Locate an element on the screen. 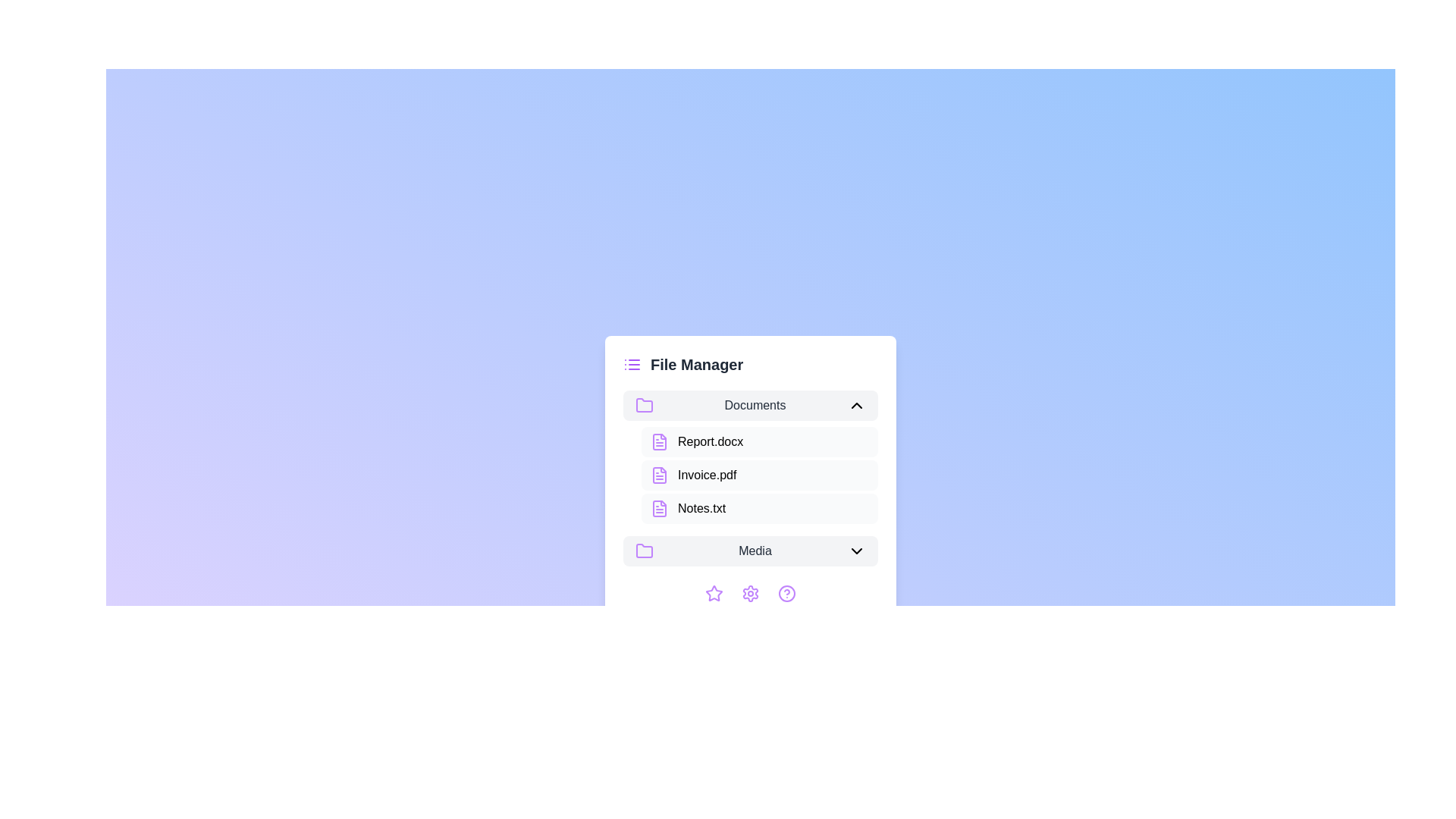 This screenshot has height=819, width=1456. the footer option Settings to access its functionality is located at coordinates (750, 593).